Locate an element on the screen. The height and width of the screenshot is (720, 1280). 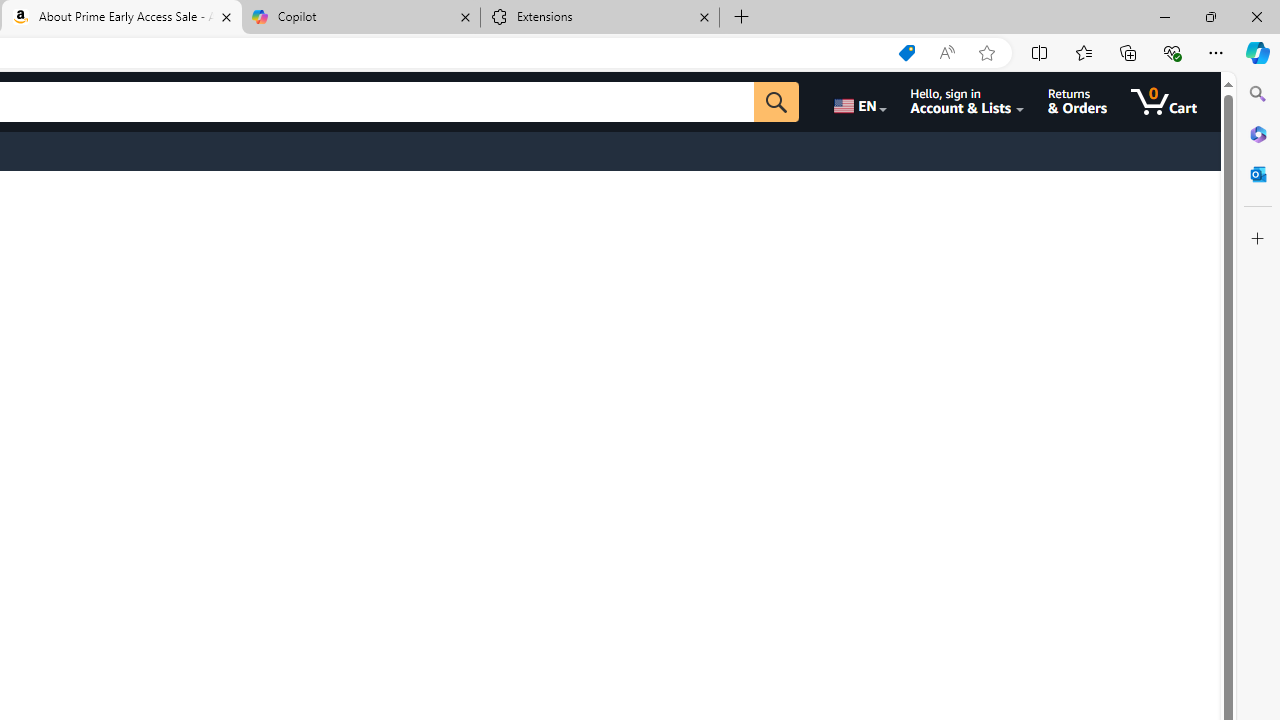
'Copilot' is located at coordinates (360, 17).